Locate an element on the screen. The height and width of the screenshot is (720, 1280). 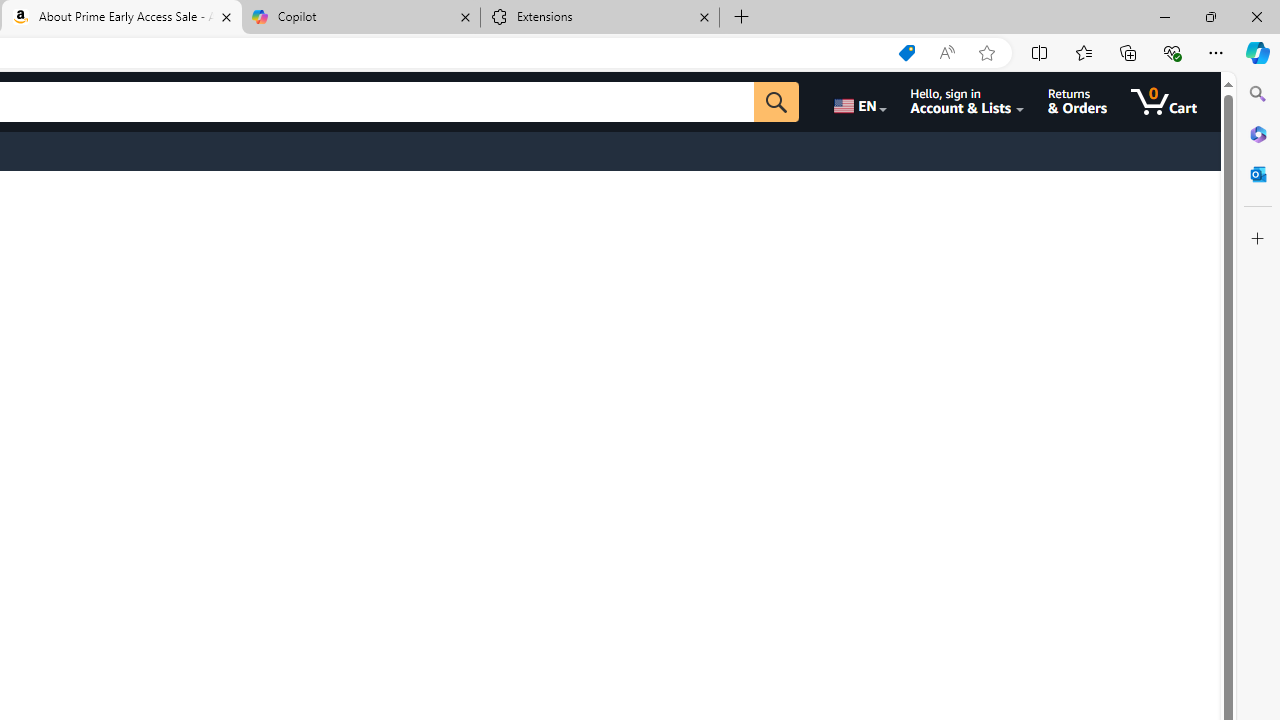
'Copilot' is located at coordinates (360, 17).